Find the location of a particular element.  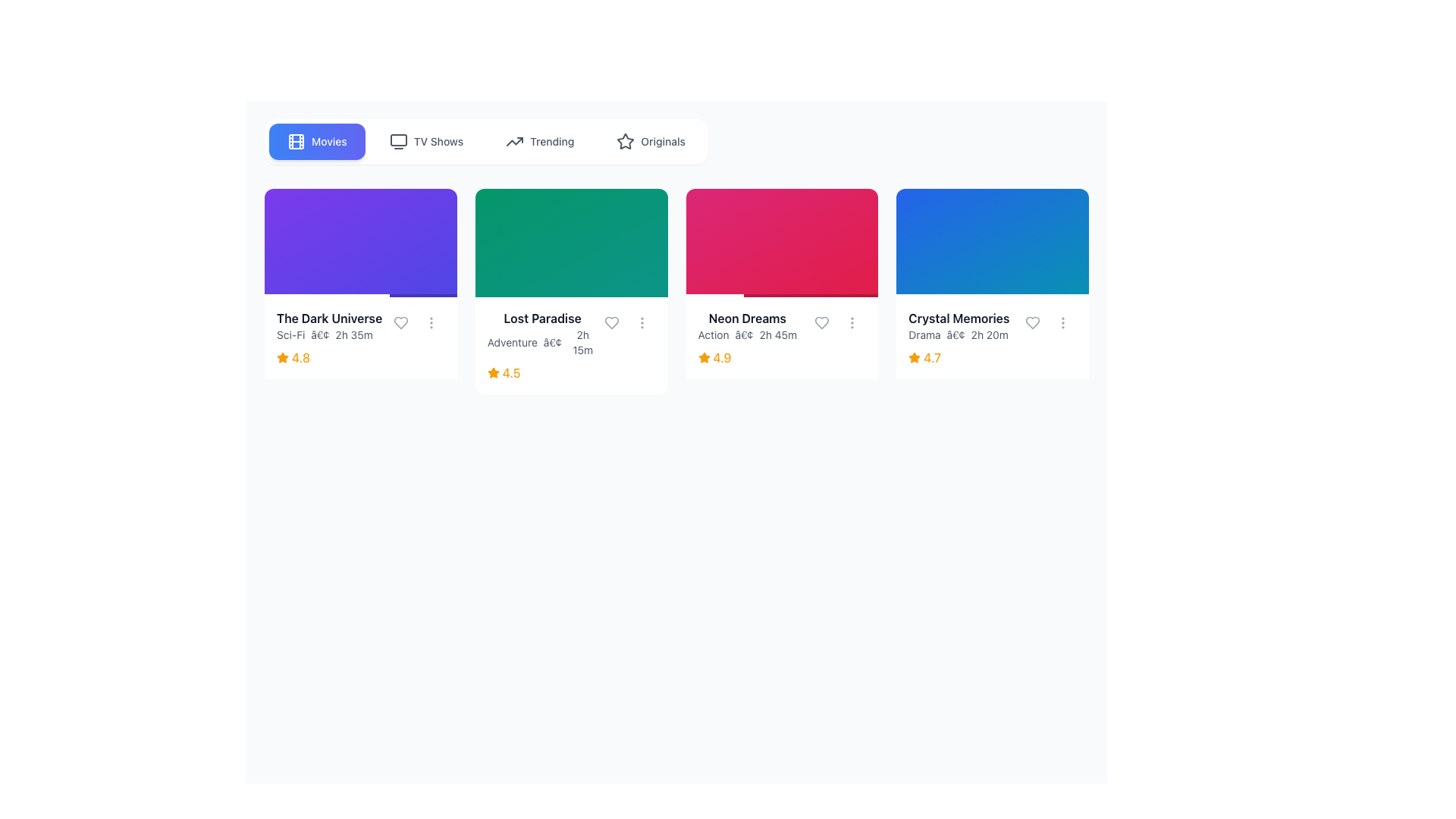

the fourth navigation button in the horizontal navigation bar is located at coordinates (651, 141).